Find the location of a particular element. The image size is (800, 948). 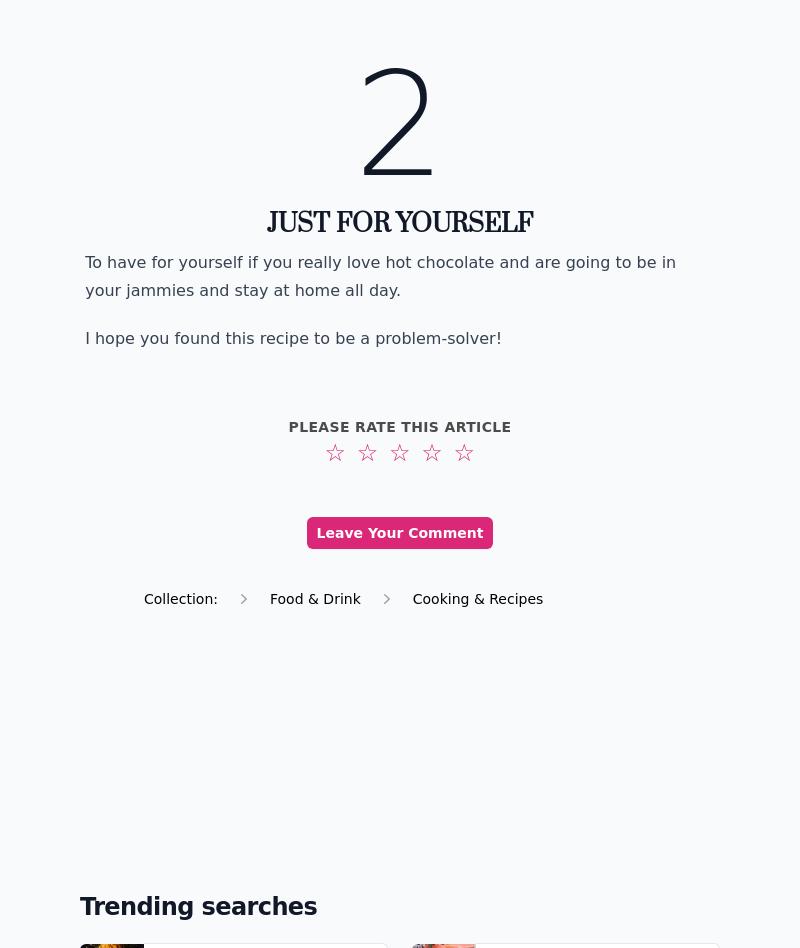

'I hope you found this recipe to be a problem-solver!' is located at coordinates (293, 337).